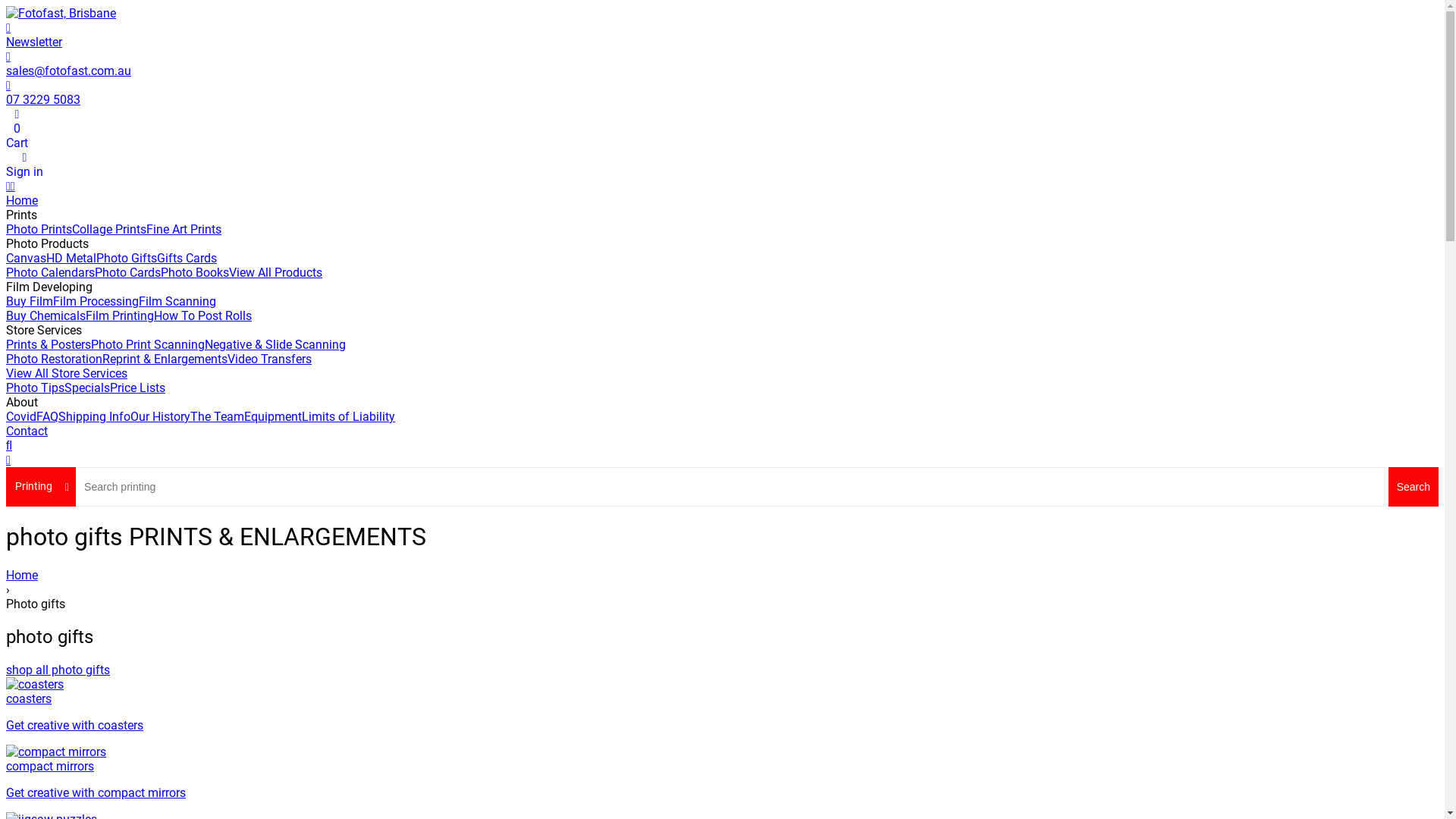 The width and height of the screenshot is (1456, 819). Describe the element at coordinates (27, 431) in the screenshot. I see `'Contact'` at that location.